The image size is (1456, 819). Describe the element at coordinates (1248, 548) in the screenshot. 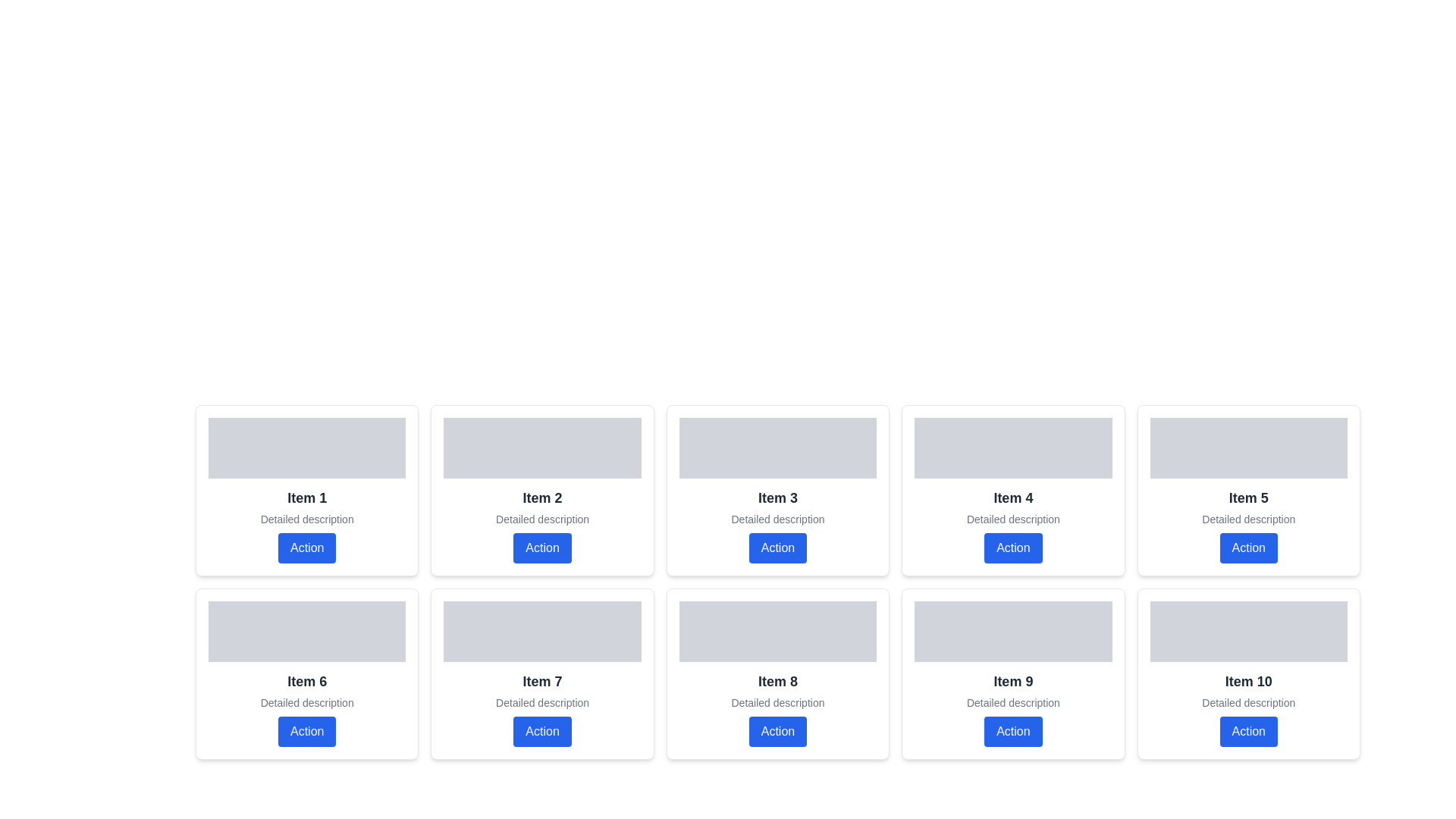

I see `the blue rounded button labeled 'Action' located at the bottom of the card for 'Item 5'` at that location.